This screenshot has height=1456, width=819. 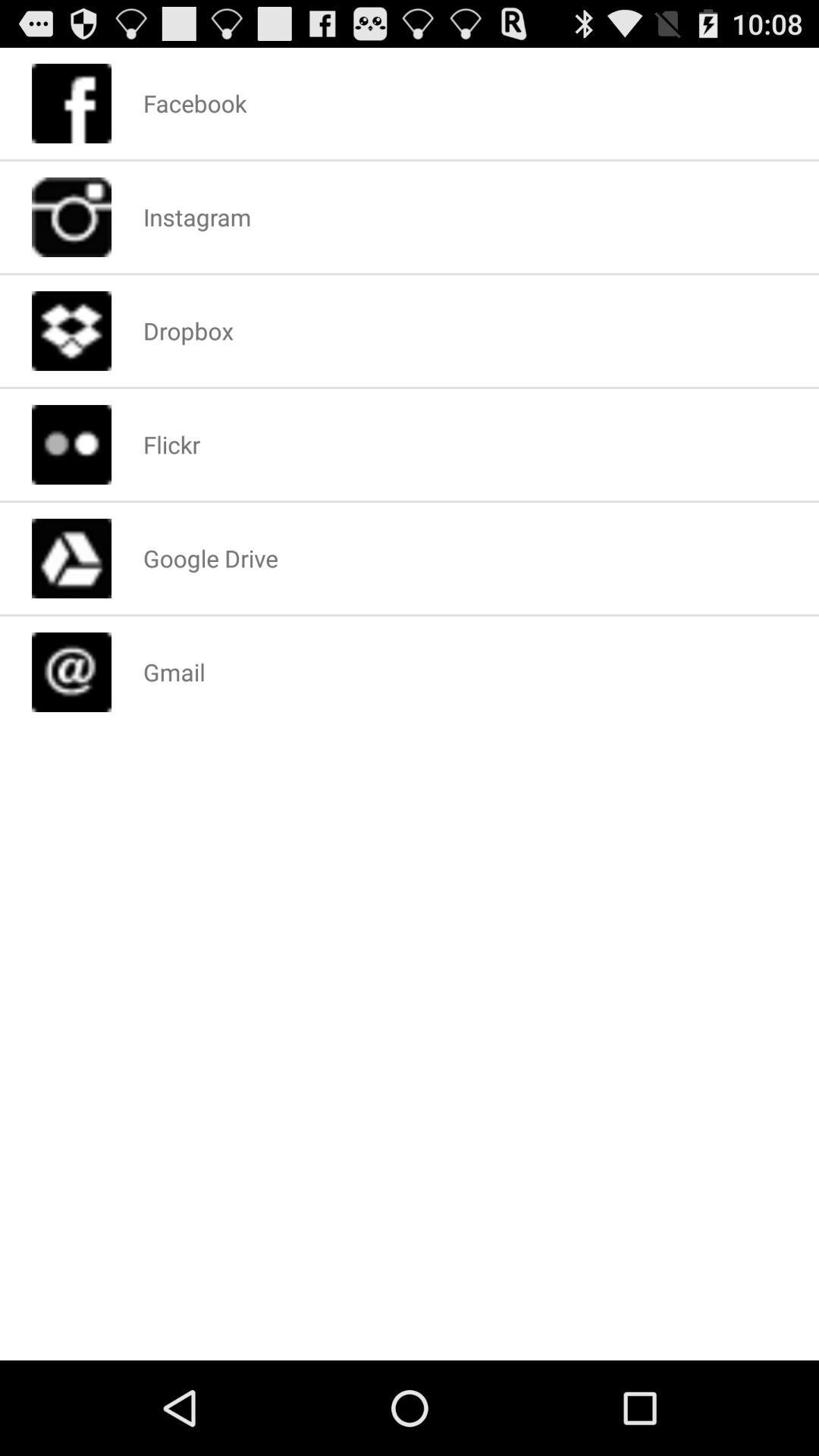 What do you see at coordinates (171, 444) in the screenshot?
I see `the app above google drive` at bounding box center [171, 444].